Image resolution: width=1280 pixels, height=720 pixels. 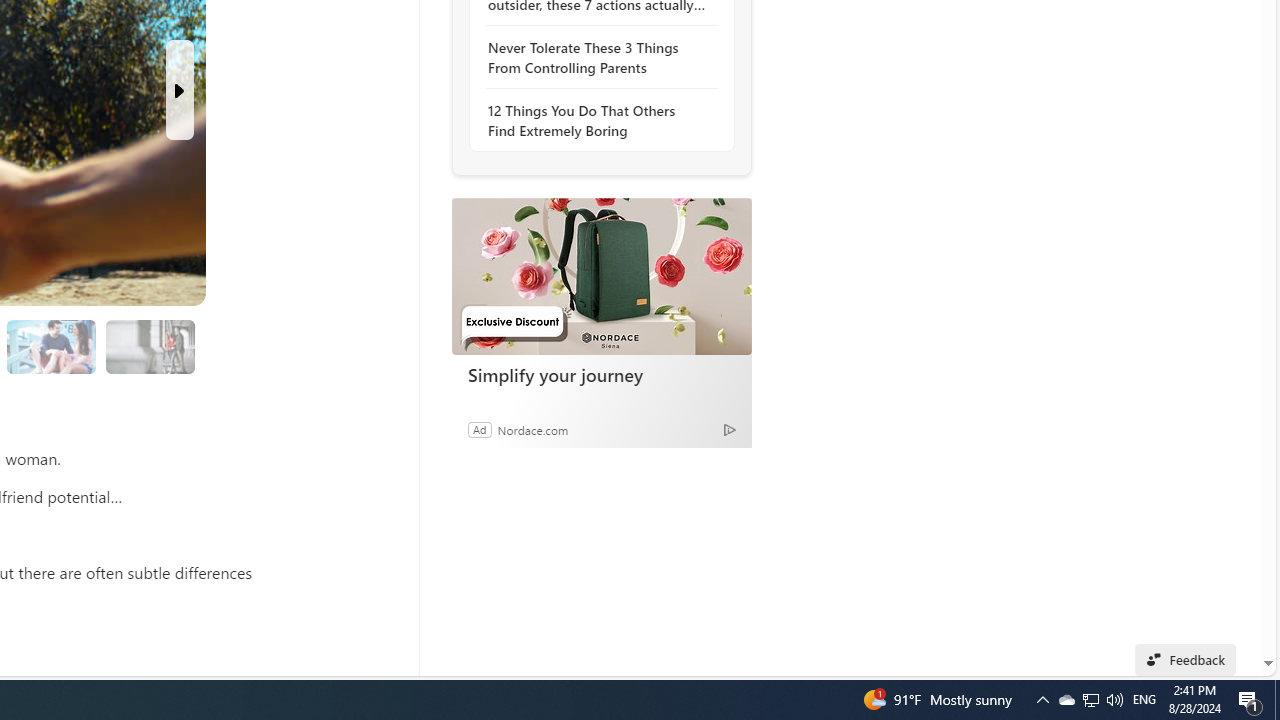 I want to click on 'Class: progress', so click(x=149, y=342).